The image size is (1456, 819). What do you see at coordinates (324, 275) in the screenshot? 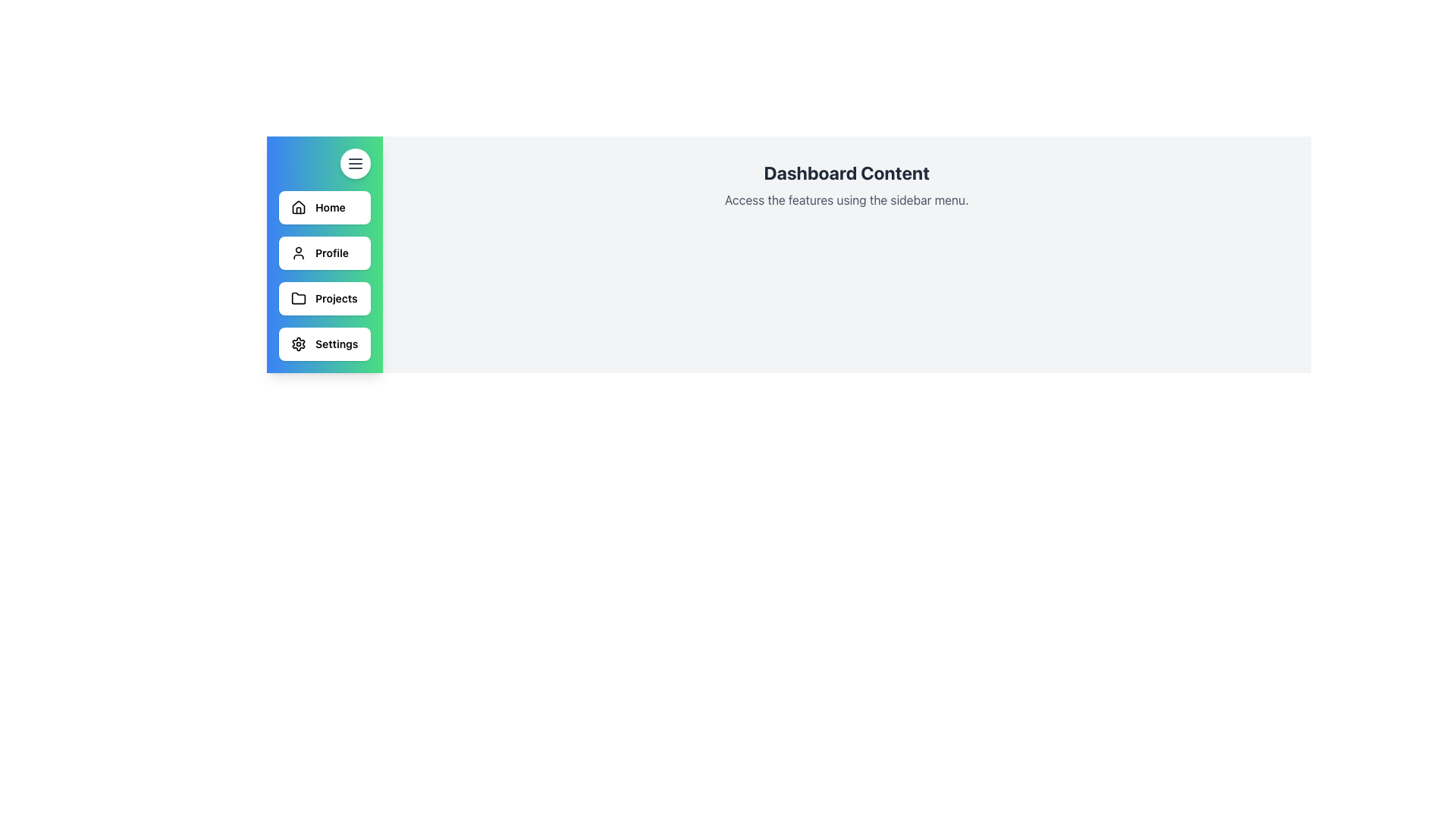
I see `the 'Projects' navigation menu button located in the left sidebar` at bounding box center [324, 275].